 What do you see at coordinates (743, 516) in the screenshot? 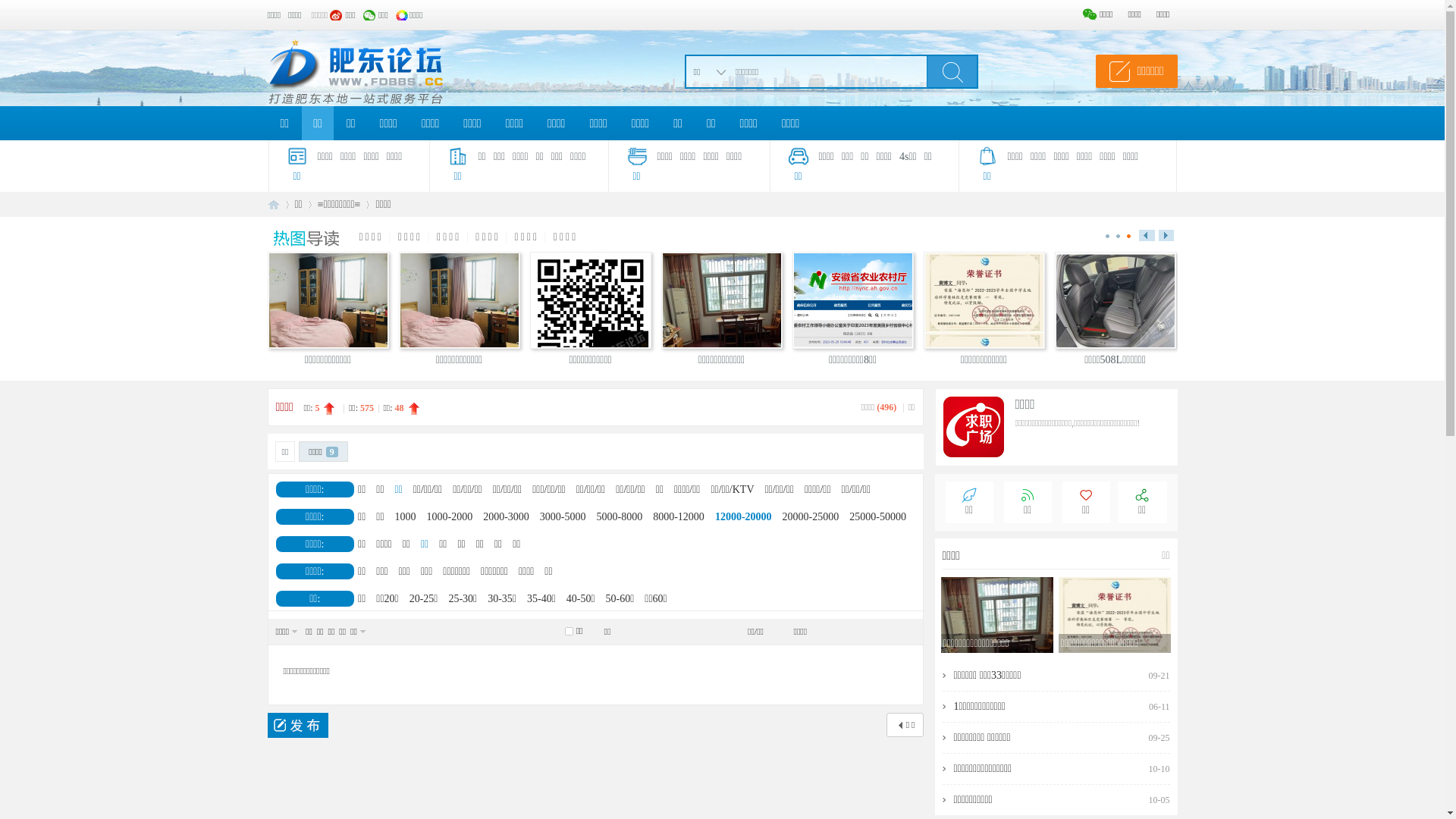
I see `'12000-20000'` at bounding box center [743, 516].